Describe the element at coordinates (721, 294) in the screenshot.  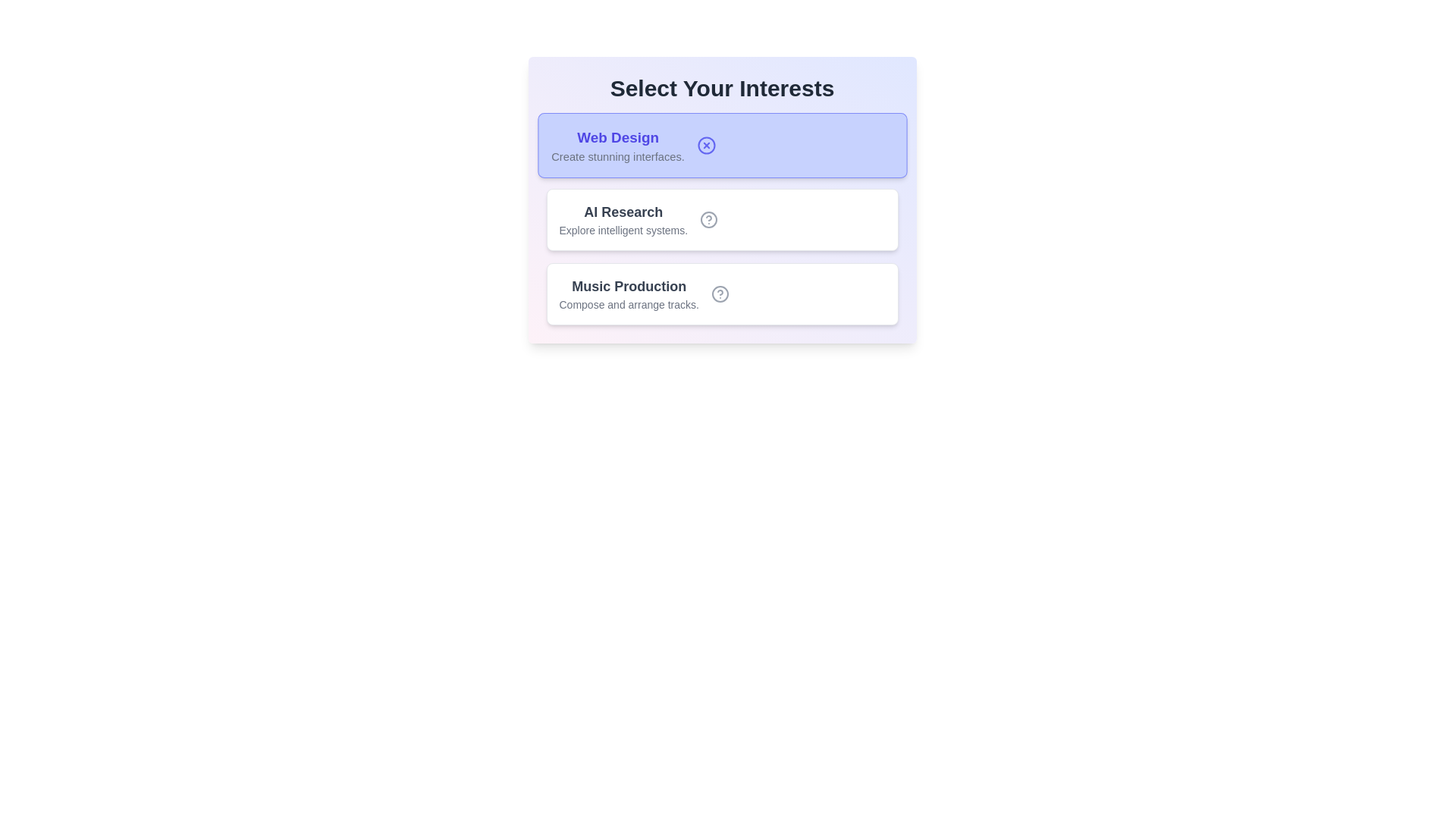
I see `the tag labeled 'Music Production'` at that location.